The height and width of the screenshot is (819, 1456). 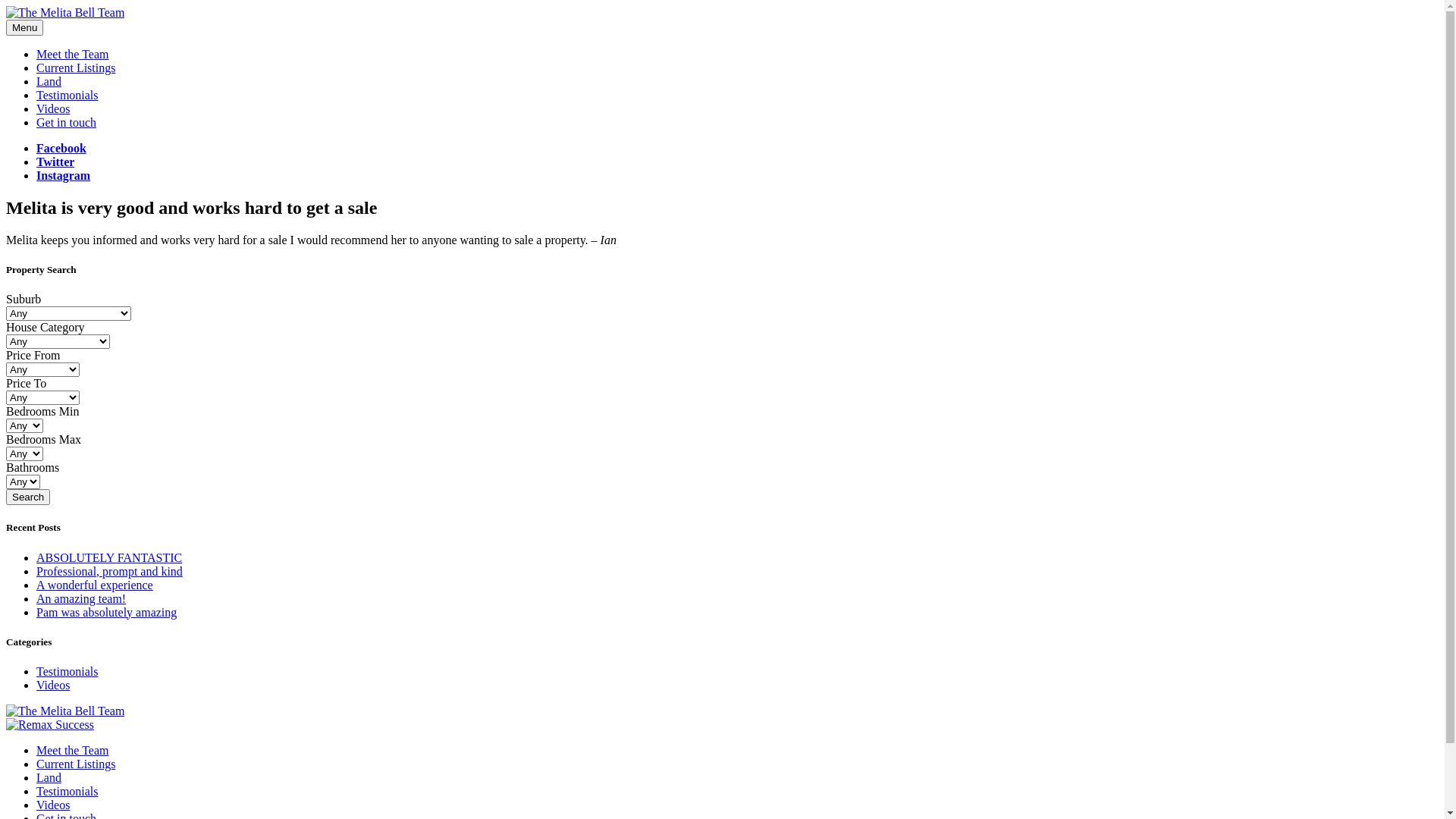 I want to click on 'Pam was absolutely amazing', so click(x=105, y=610).